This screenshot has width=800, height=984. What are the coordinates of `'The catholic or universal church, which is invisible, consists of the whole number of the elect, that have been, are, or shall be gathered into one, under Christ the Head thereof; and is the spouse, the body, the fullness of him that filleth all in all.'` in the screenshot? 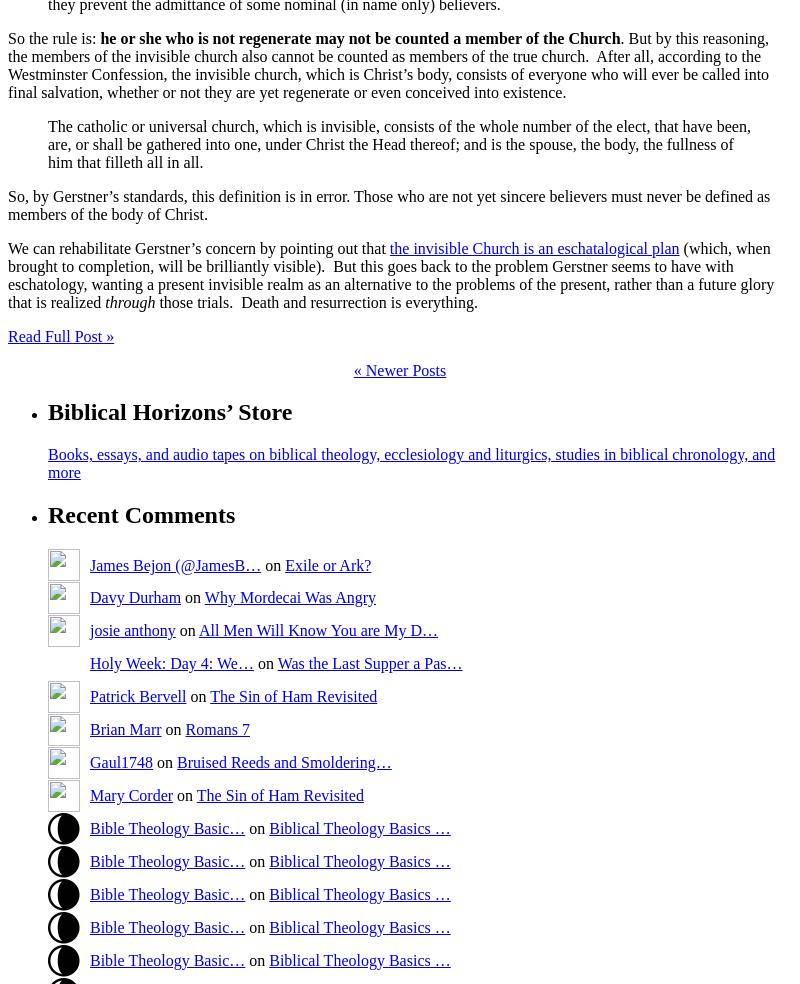 It's located at (398, 143).